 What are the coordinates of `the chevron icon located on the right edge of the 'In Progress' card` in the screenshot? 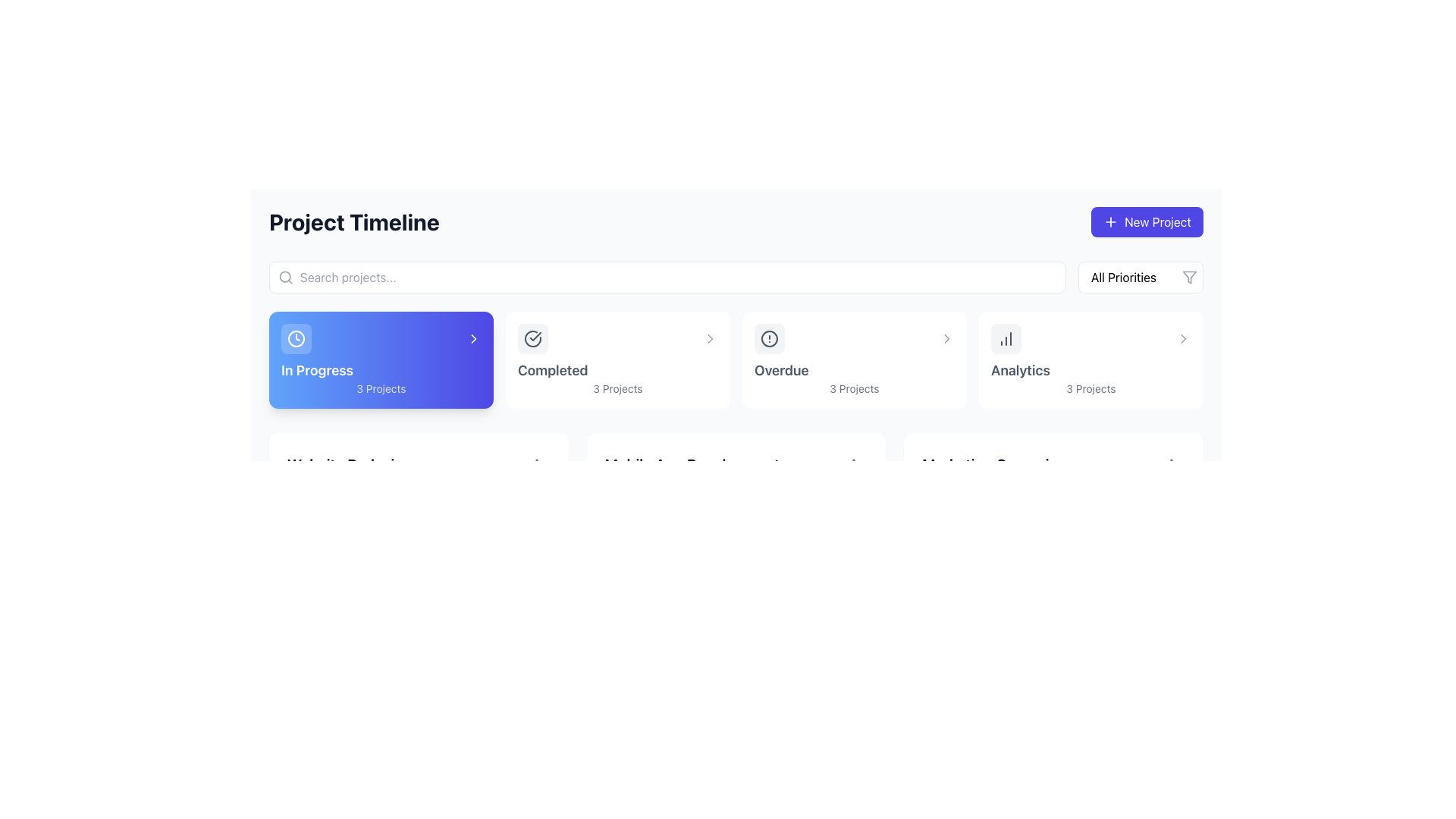 It's located at (472, 338).